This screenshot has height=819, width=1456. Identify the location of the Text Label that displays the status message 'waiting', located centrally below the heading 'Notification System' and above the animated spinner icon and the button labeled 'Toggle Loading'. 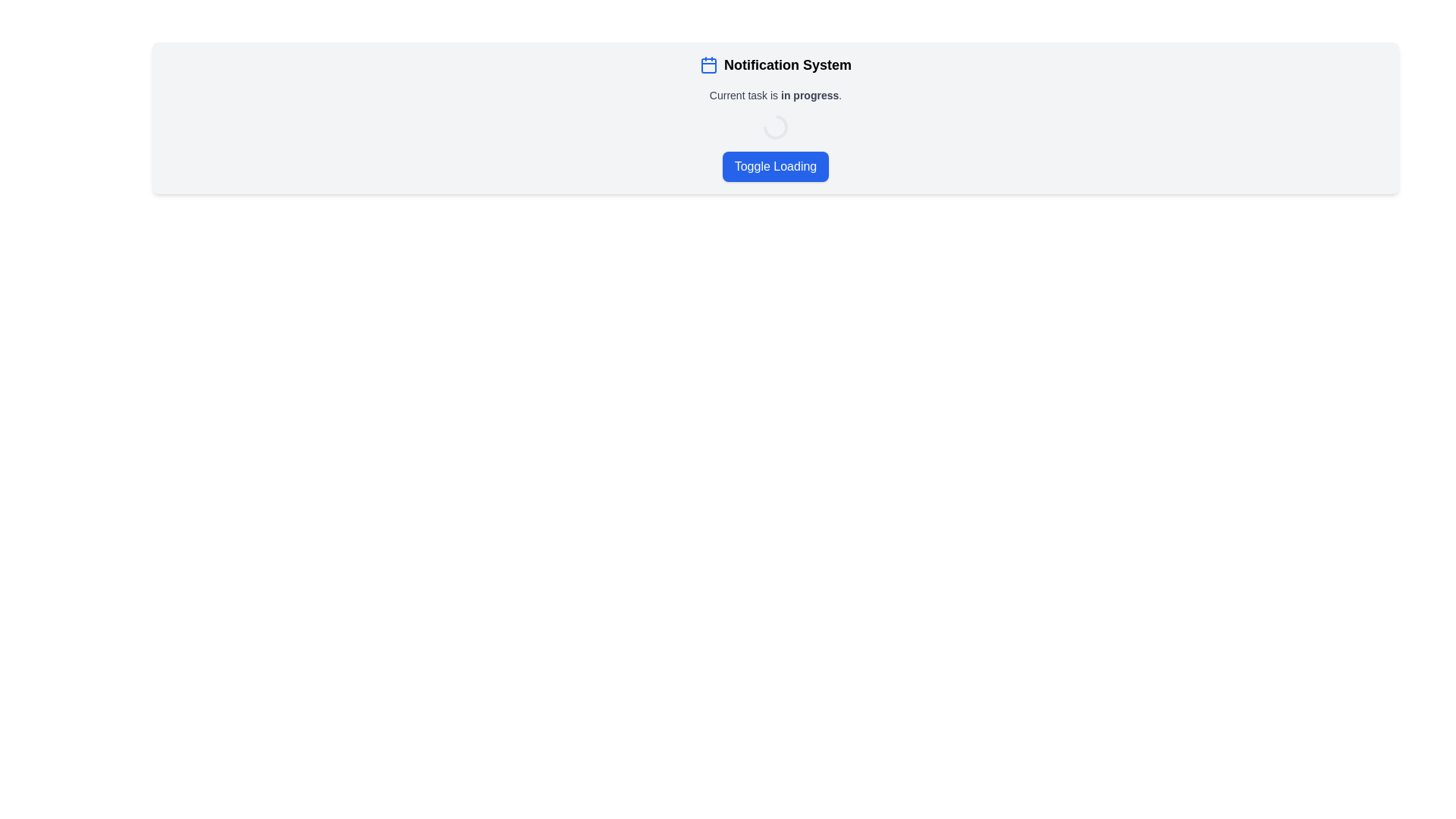
(775, 96).